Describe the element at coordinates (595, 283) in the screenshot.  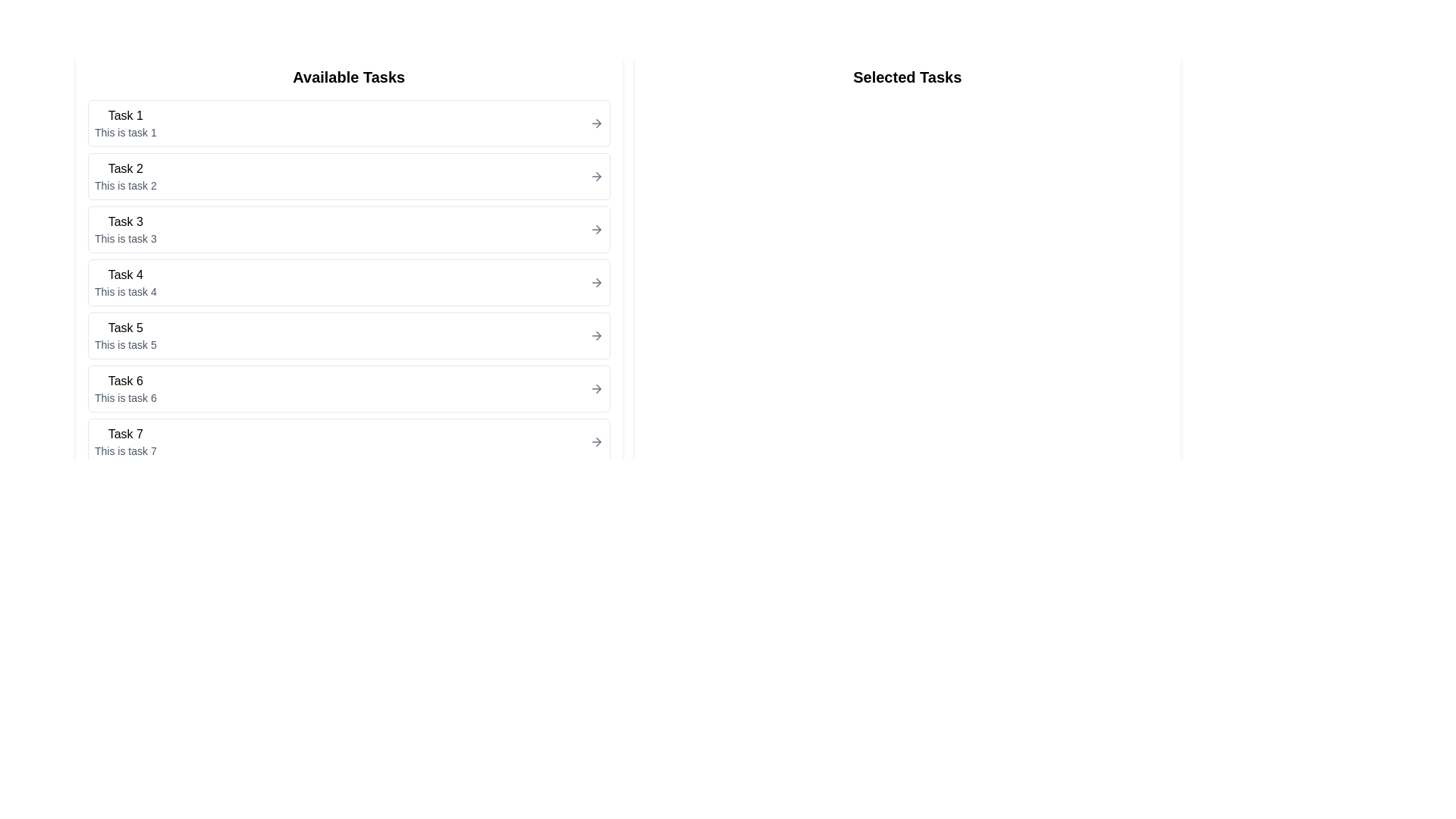
I see `the rightward-pointing arrow icon in the row labelled 'Task 4' in the 'Available Tasks' list` at that location.